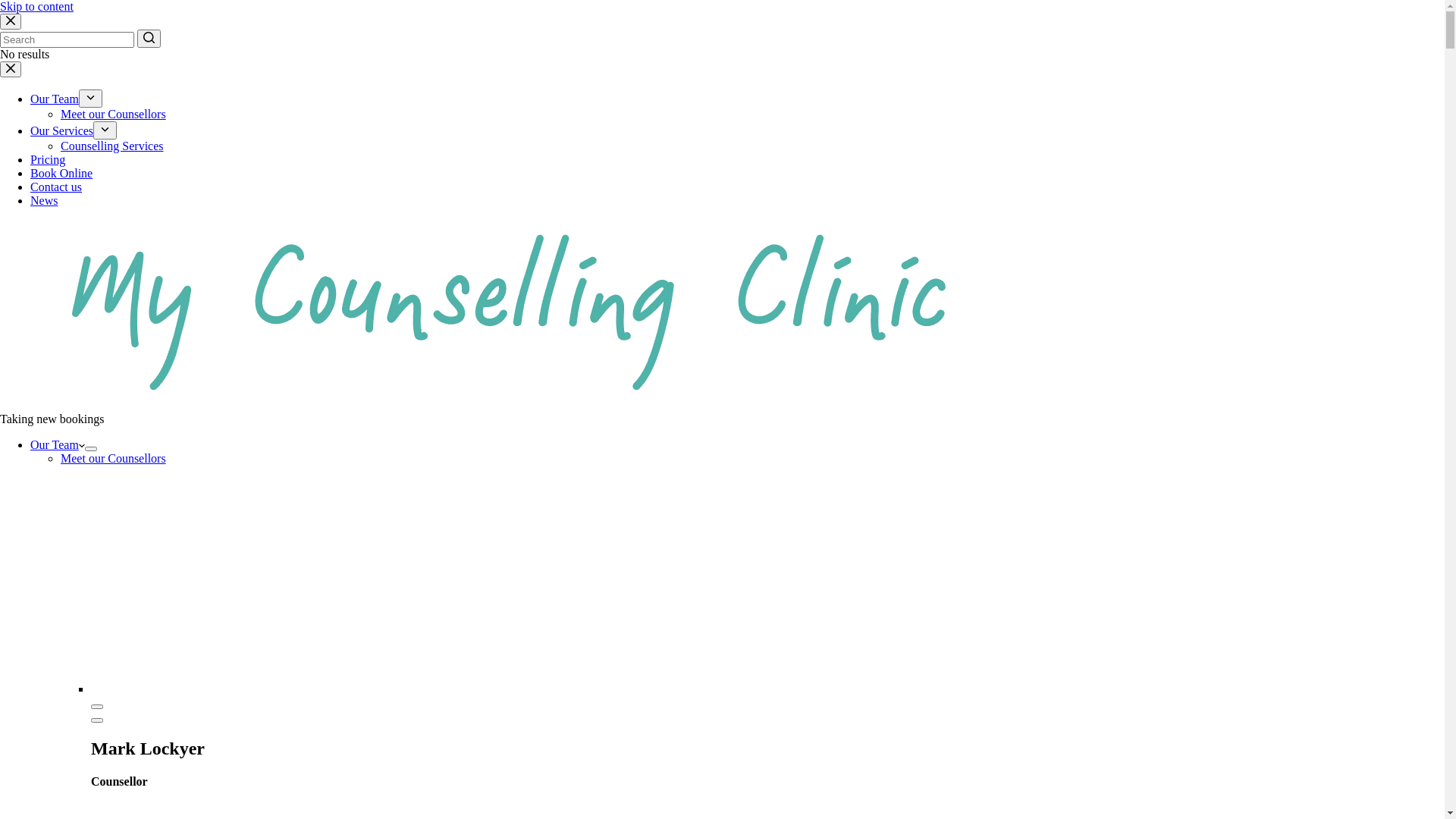 This screenshot has width=1456, height=819. I want to click on 'News', so click(43, 199).